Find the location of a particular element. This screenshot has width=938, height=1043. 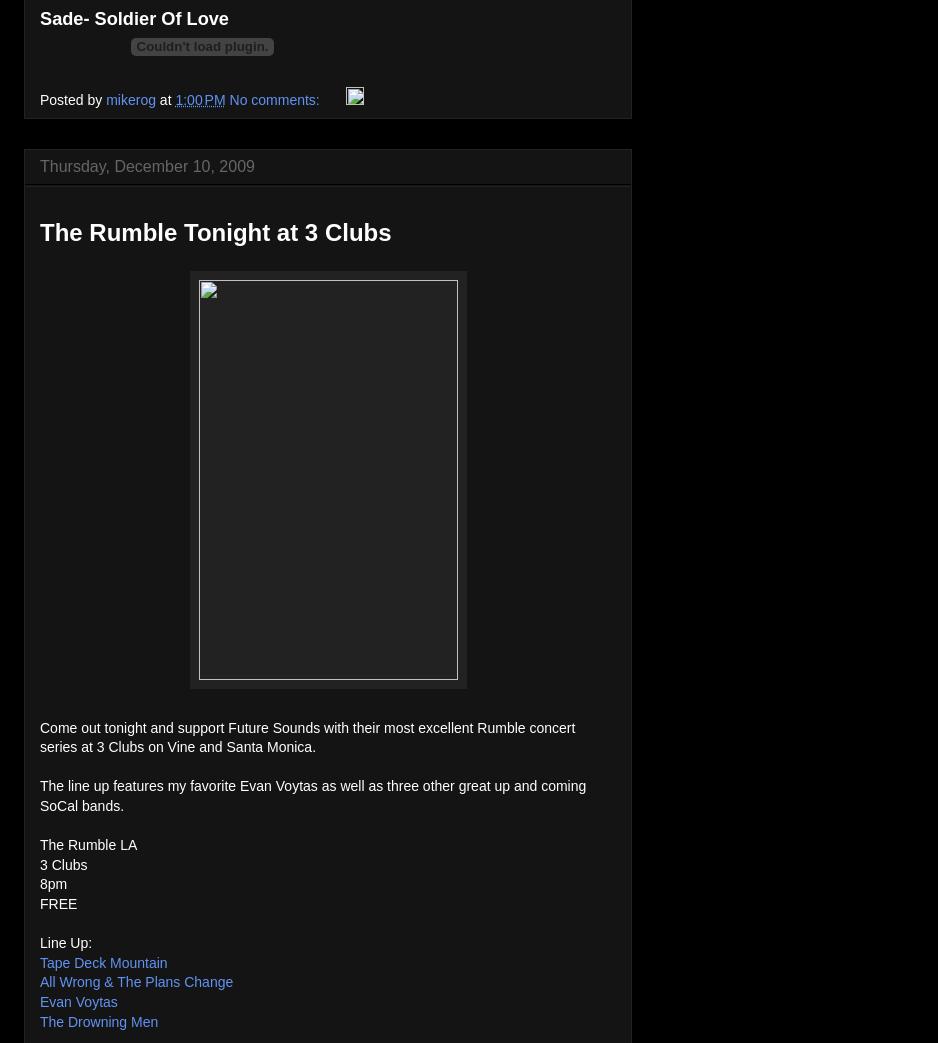

'FREE' is located at coordinates (57, 902).